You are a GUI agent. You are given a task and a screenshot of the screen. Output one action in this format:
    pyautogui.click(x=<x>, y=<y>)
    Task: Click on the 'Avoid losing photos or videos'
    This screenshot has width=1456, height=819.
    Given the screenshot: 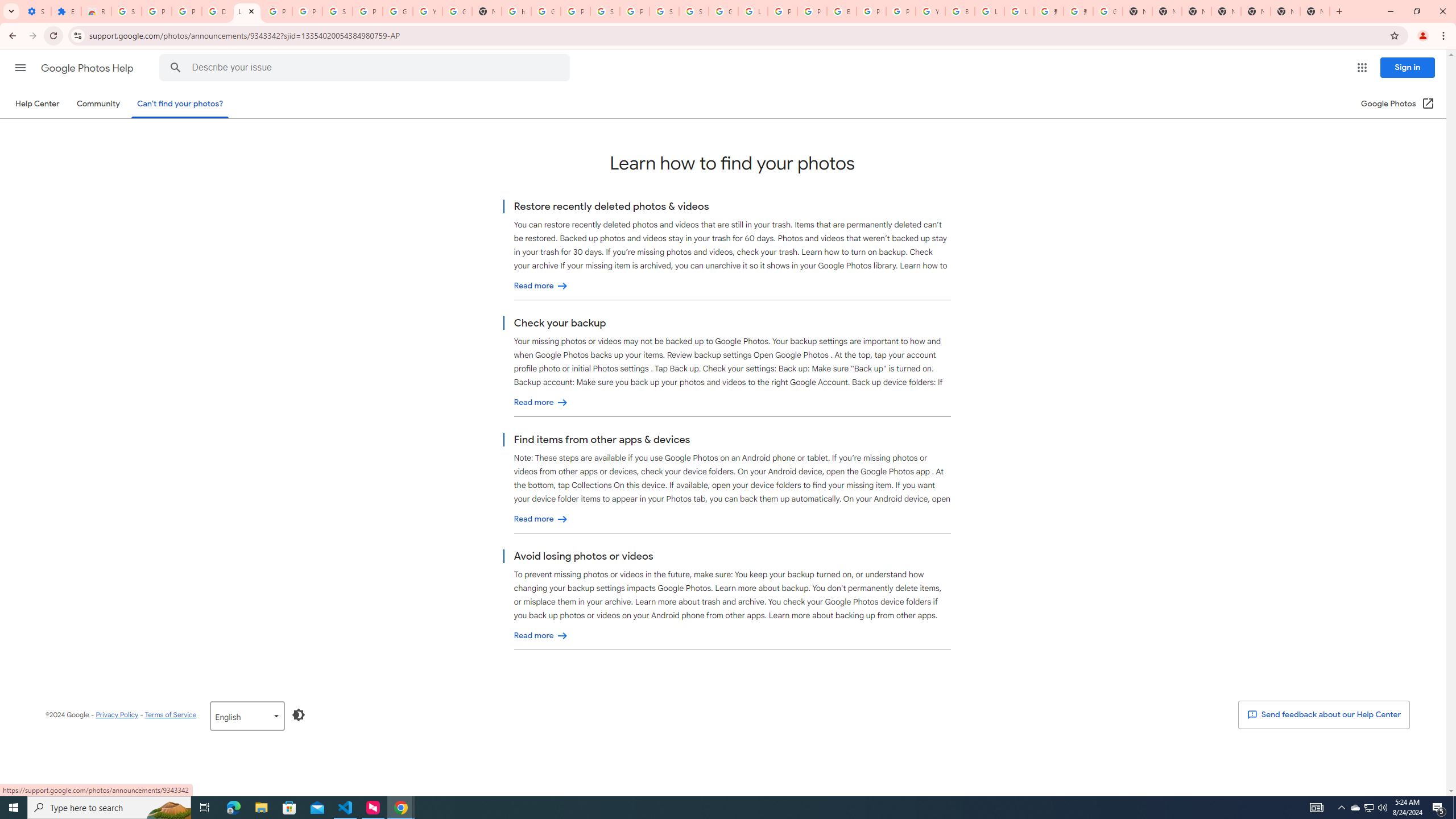 What is the action you would take?
    pyautogui.click(x=541, y=636)
    